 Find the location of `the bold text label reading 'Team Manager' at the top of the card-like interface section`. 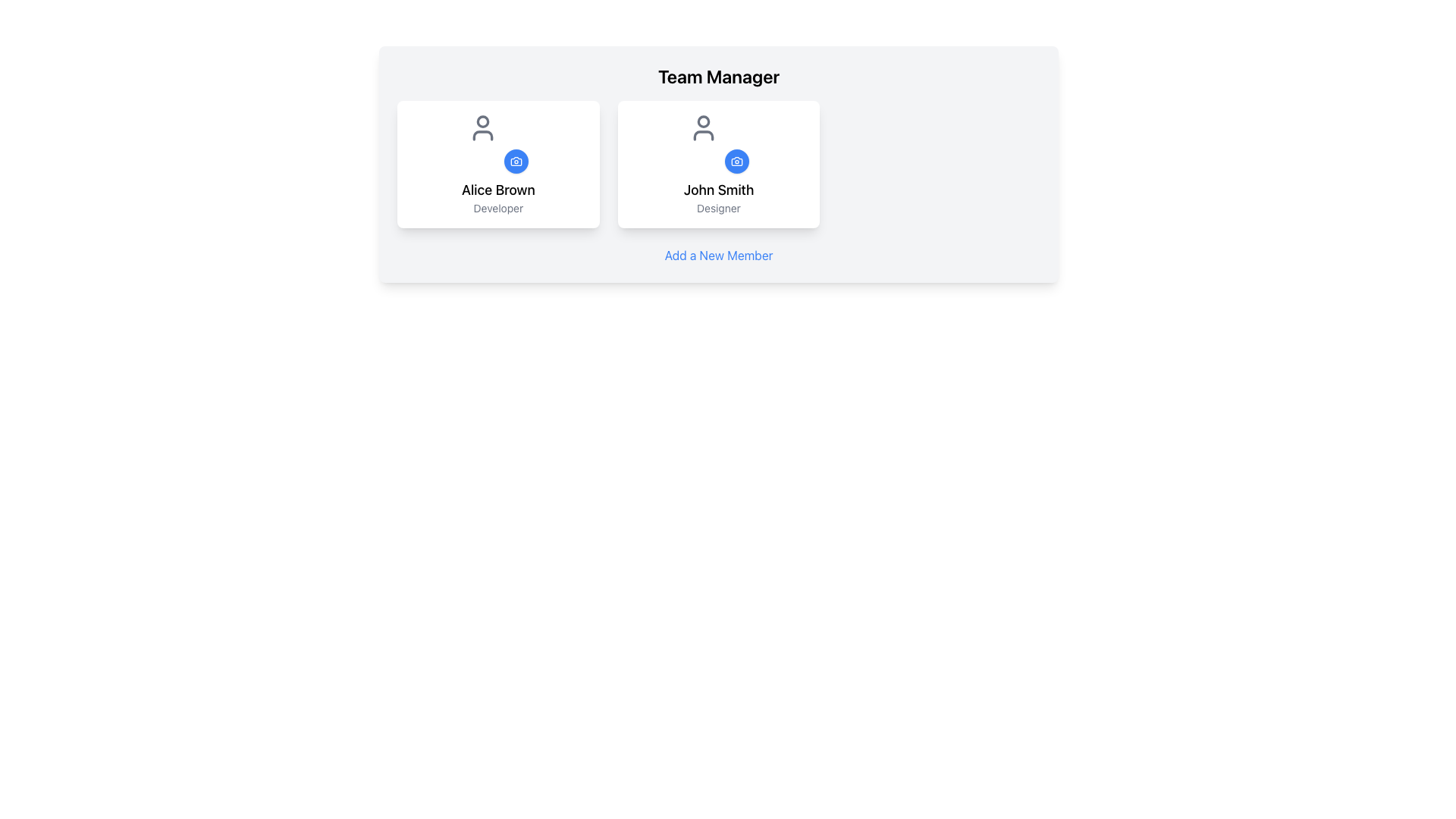

the bold text label reading 'Team Manager' at the top of the card-like interface section is located at coordinates (718, 76).